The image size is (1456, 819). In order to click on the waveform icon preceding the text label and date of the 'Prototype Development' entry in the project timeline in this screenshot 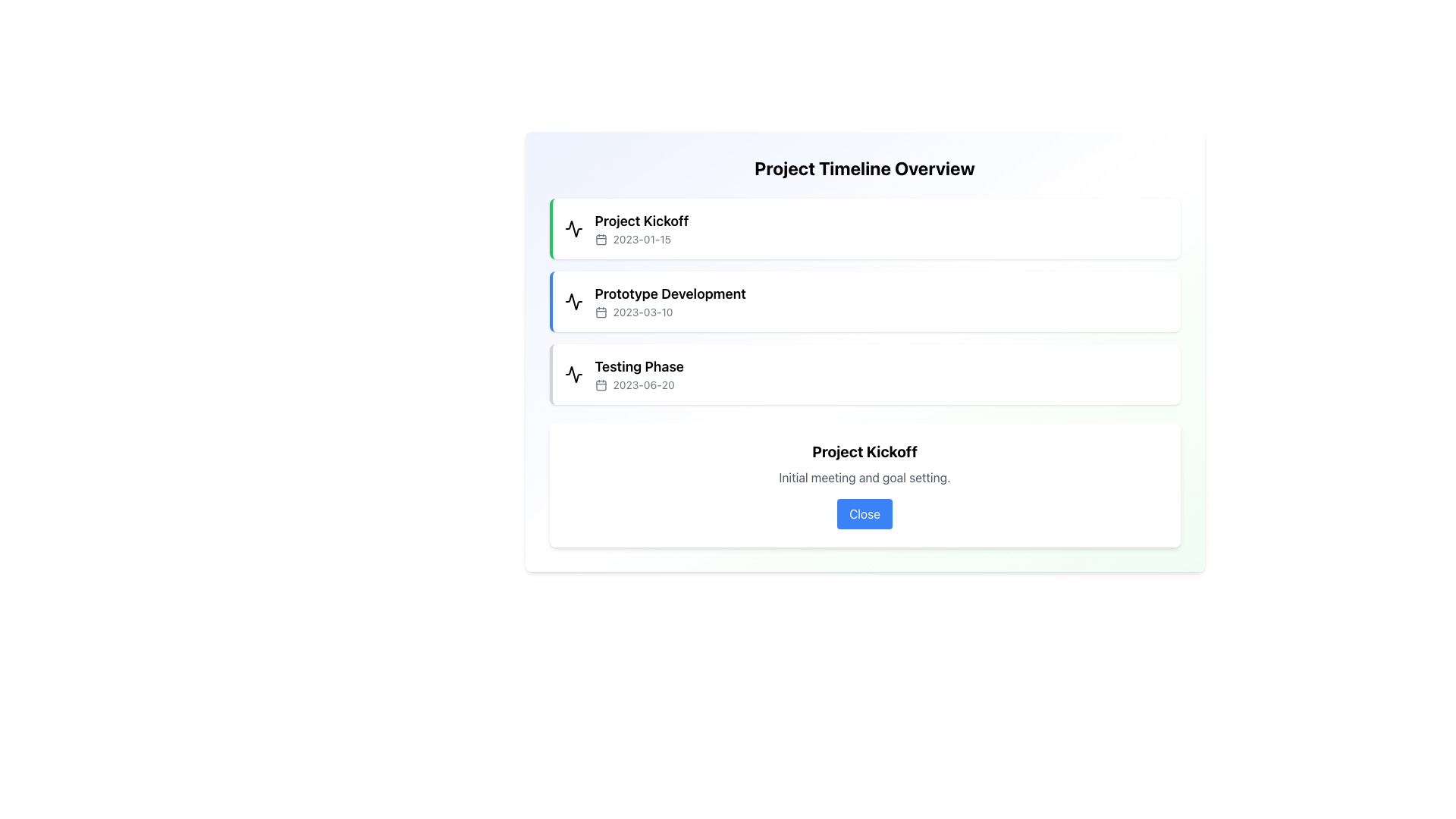, I will do `click(573, 301)`.